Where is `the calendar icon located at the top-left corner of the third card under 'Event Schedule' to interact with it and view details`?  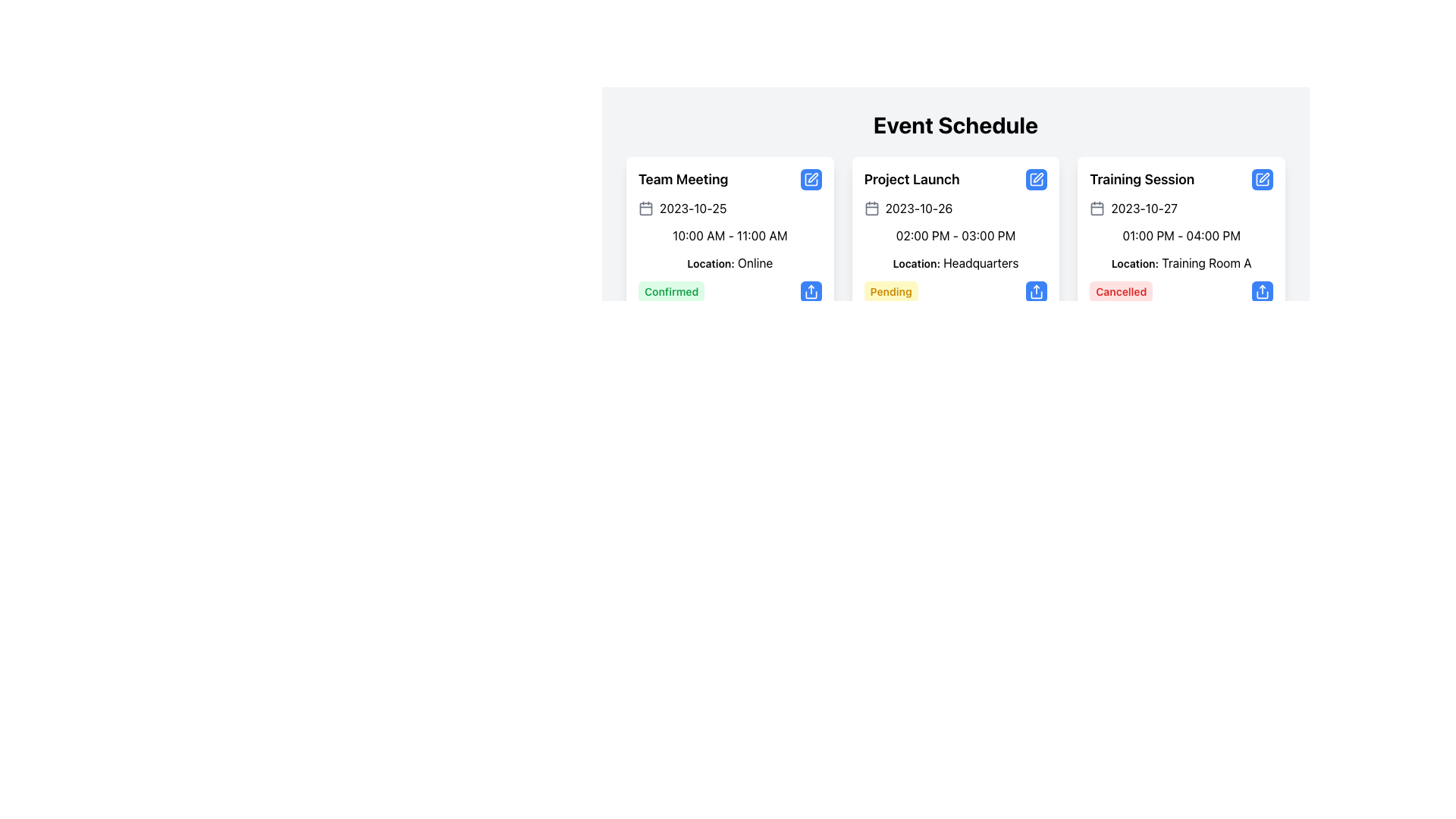 the calendar icon located at the top-left corner of the third card under 'Event Schedule' to interact with it and view details is located at coordinates (1097, 208).